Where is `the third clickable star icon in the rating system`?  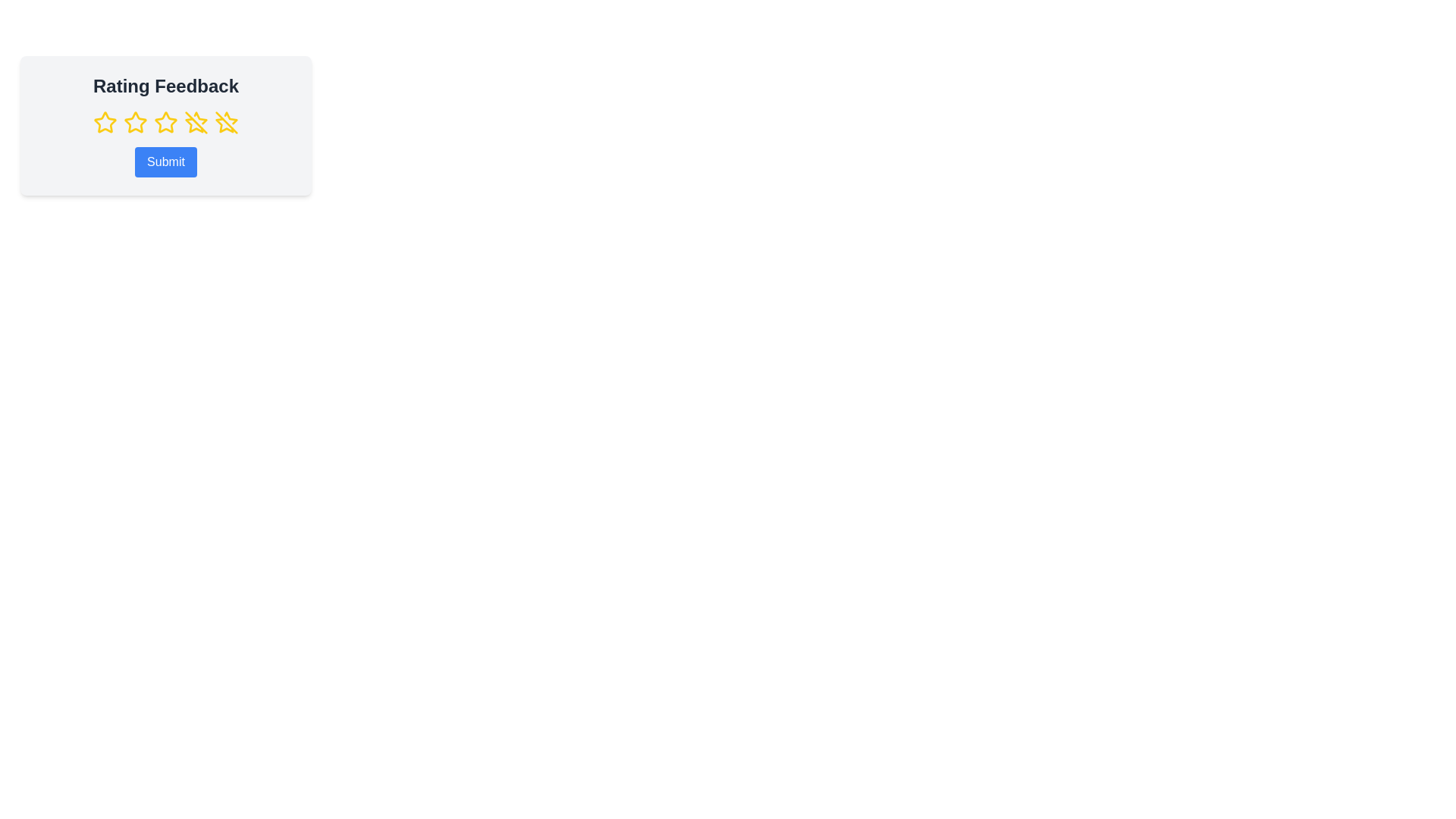
the third clickable star icon in the rating system is located at coordinates (166, 122).